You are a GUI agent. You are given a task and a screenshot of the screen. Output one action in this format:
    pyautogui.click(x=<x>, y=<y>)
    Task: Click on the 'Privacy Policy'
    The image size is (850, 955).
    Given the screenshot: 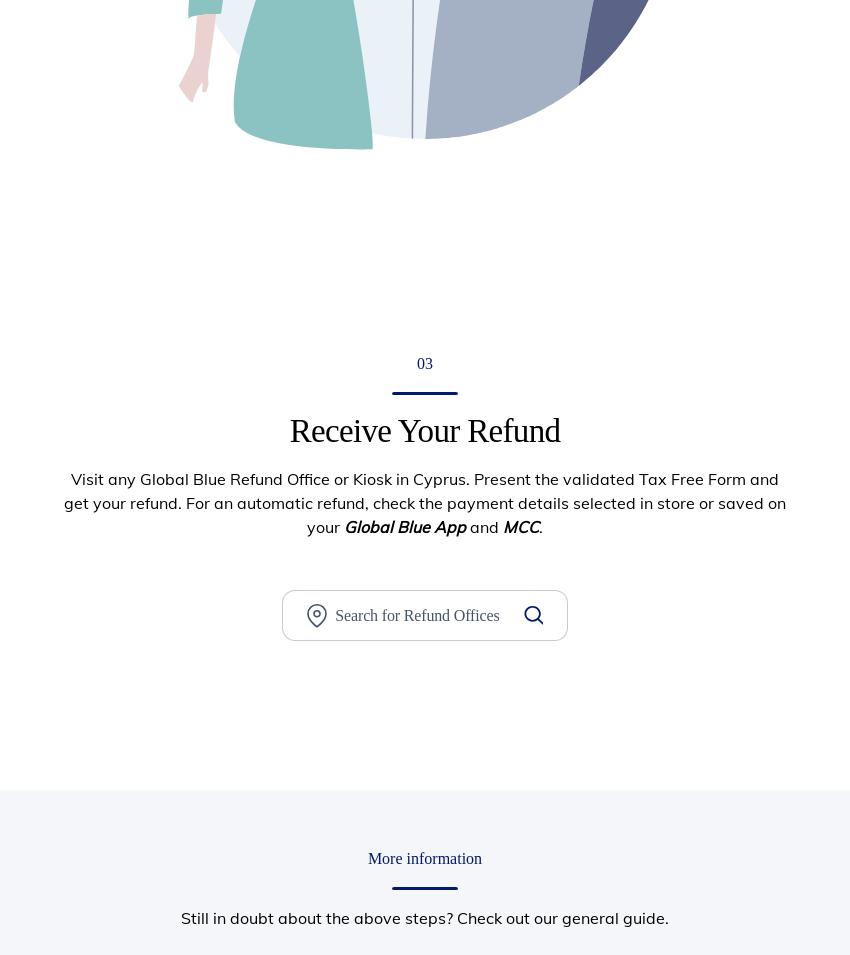 What is the action you would take?
    pyautogui.click(x=643, y=632)
    